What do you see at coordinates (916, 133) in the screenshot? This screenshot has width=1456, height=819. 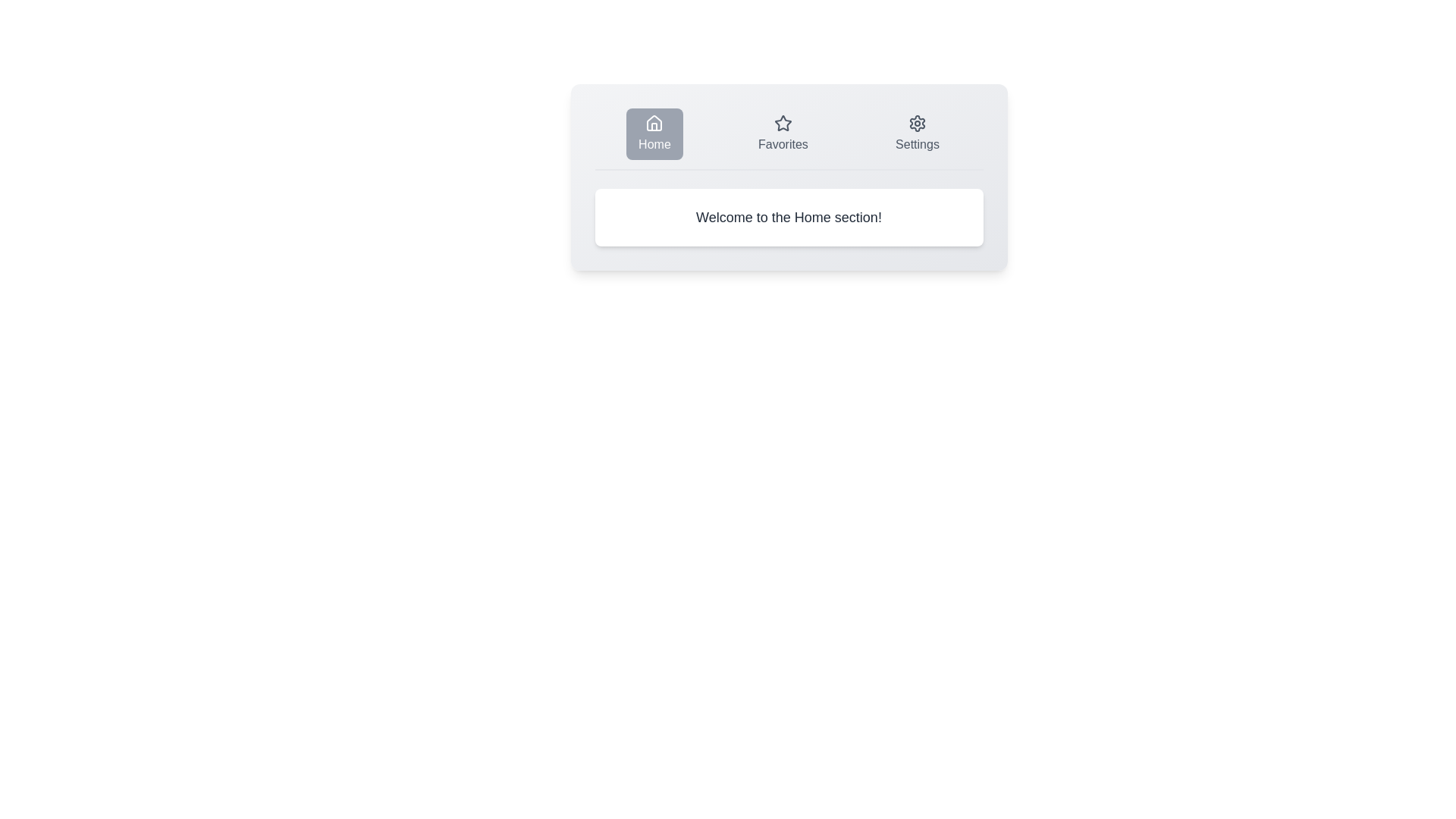 I see `the Settings tab` at bounding box center [916, 133].